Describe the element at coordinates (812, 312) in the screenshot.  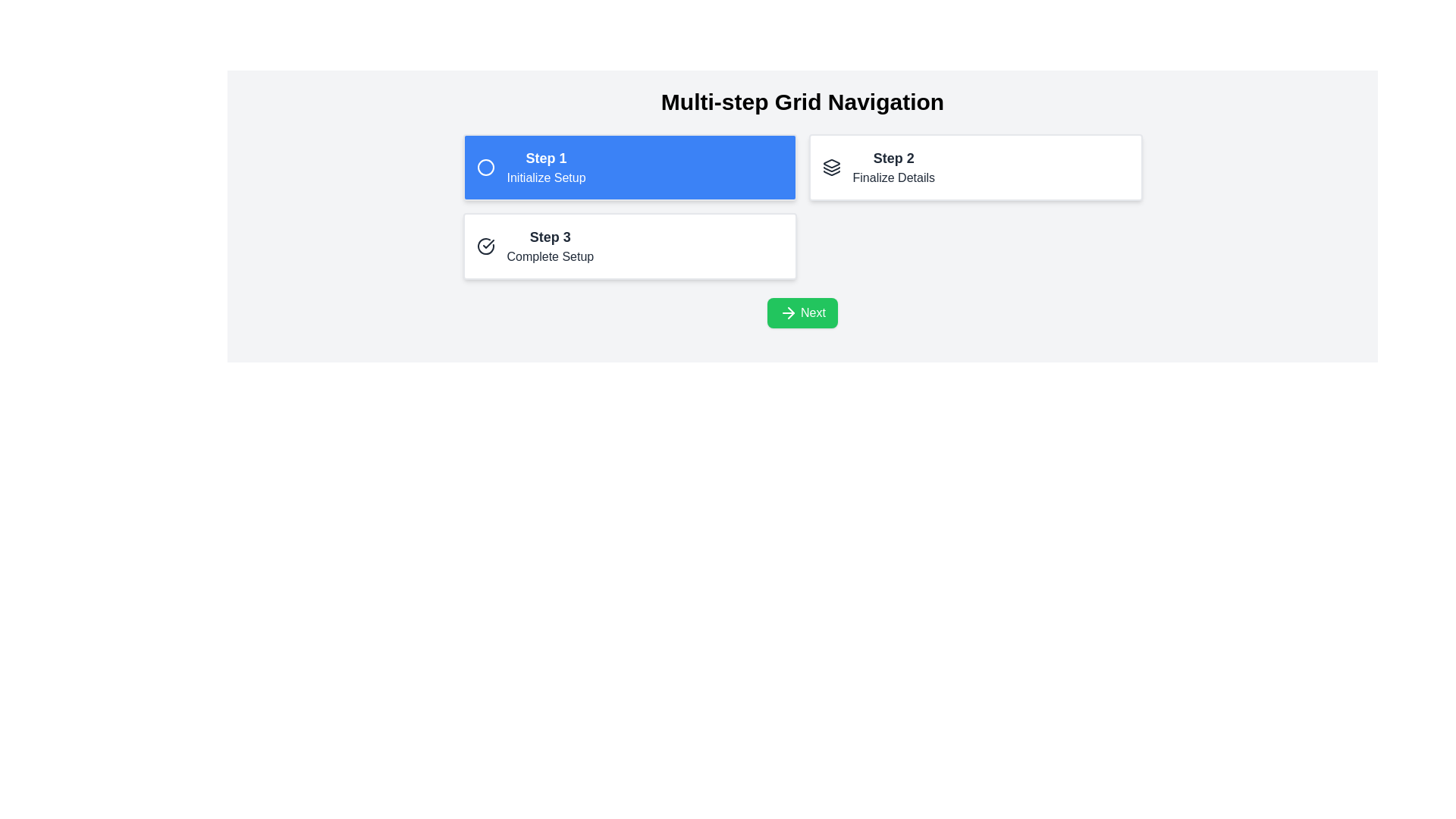
I see `the 'Next' text label embedded within the green navigation button, which is positioned below the content section and follows three graphical elements resembling an arrow icon` at that location.